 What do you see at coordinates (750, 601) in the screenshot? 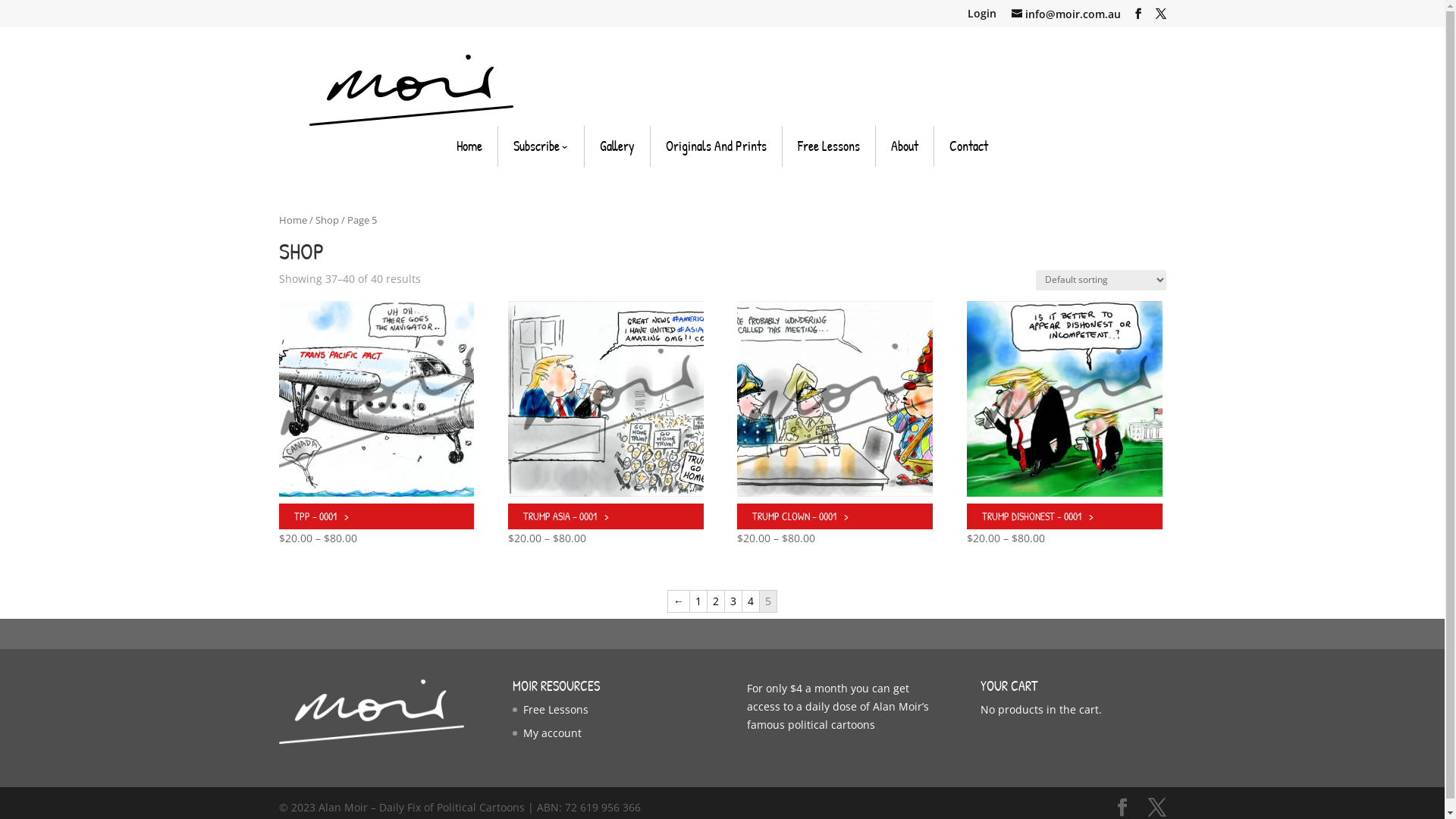
I see `'4'` at bounding box center [750, 601].